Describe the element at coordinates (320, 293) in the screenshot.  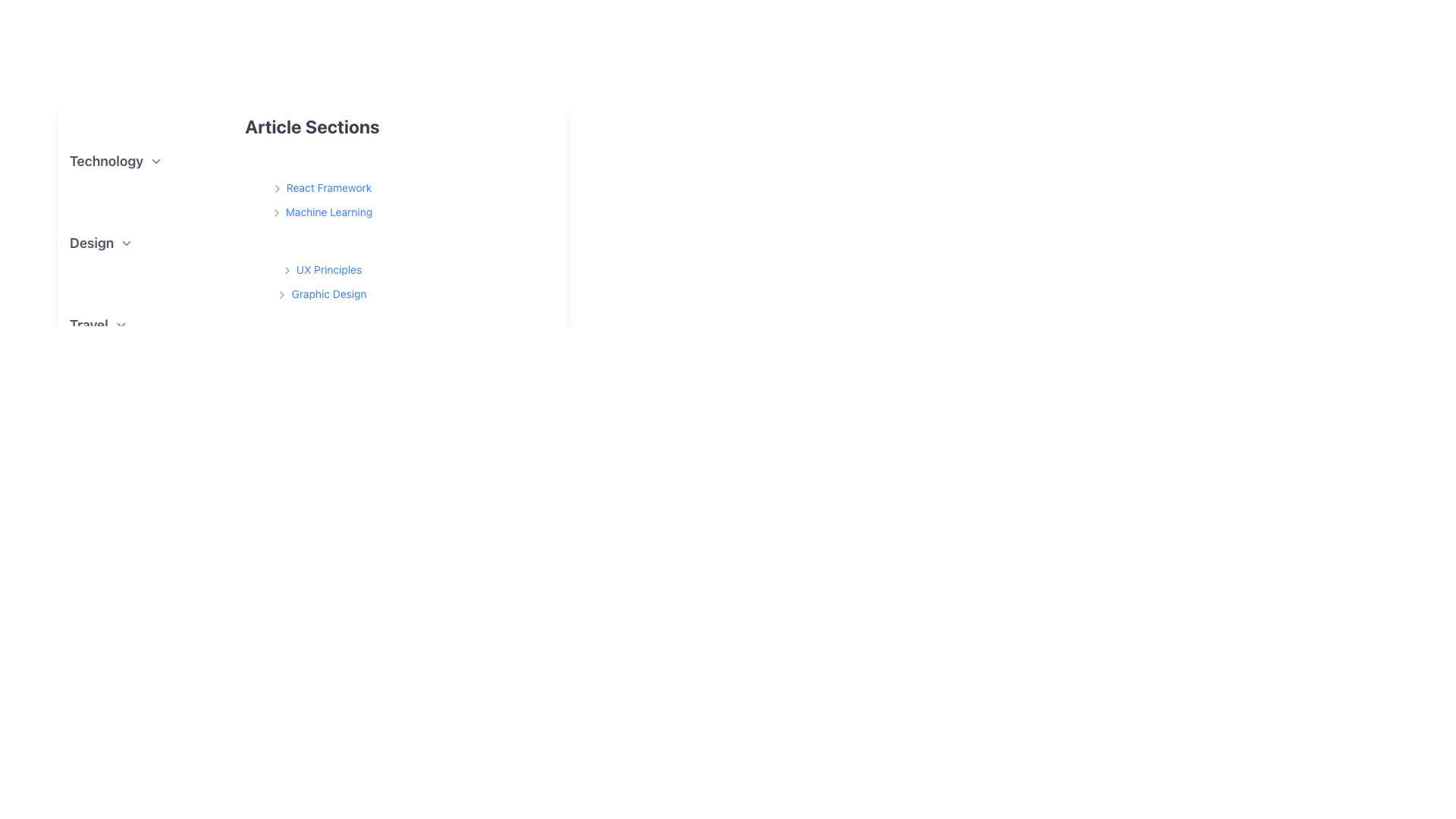
I see `the second hyperlink under the 'Design' category, which navigates to the 'Graphic Design' section, to indicate focus` at that location.